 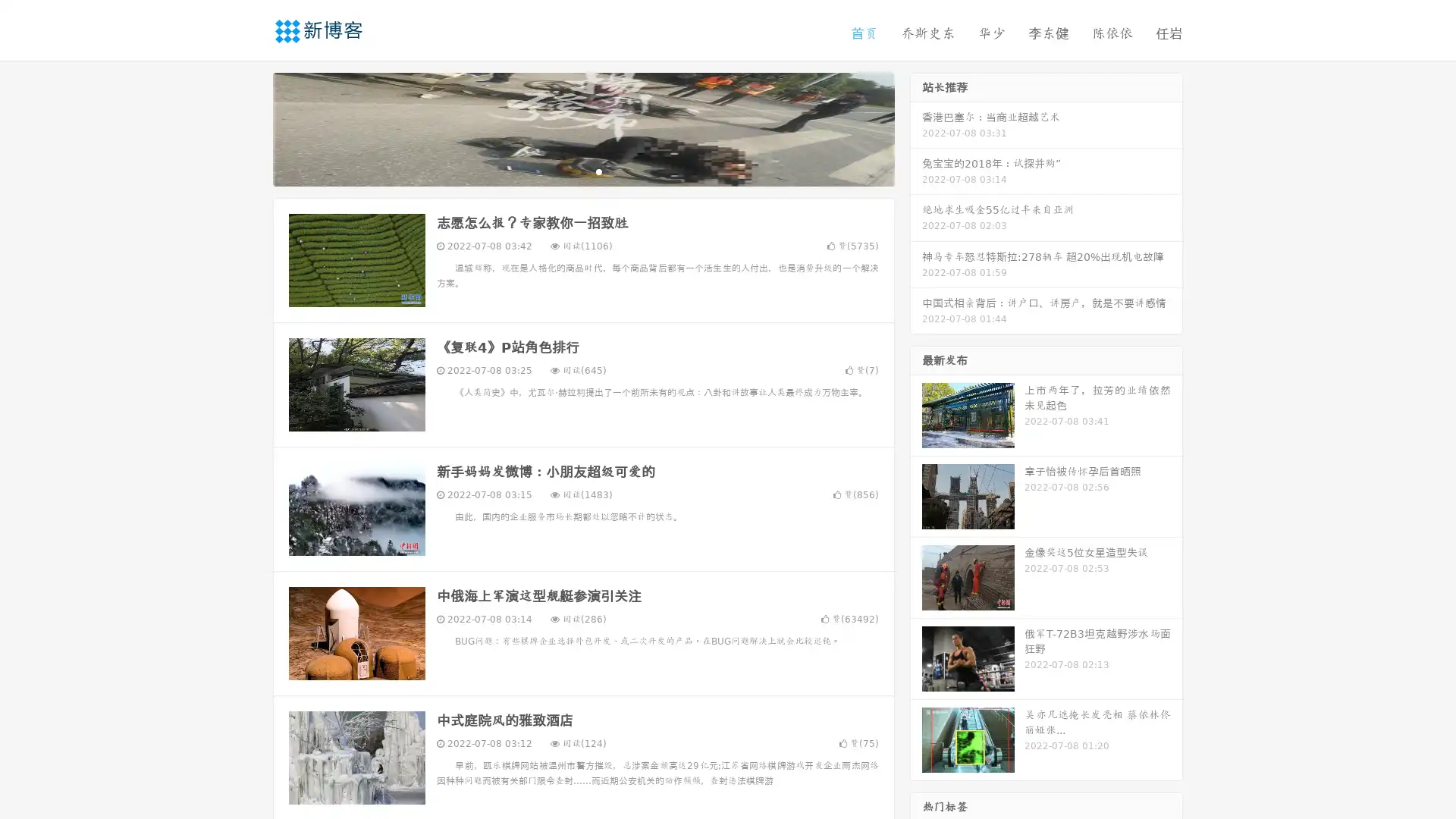 I want to click on Go to slide 1, so click(x=567, y=171).